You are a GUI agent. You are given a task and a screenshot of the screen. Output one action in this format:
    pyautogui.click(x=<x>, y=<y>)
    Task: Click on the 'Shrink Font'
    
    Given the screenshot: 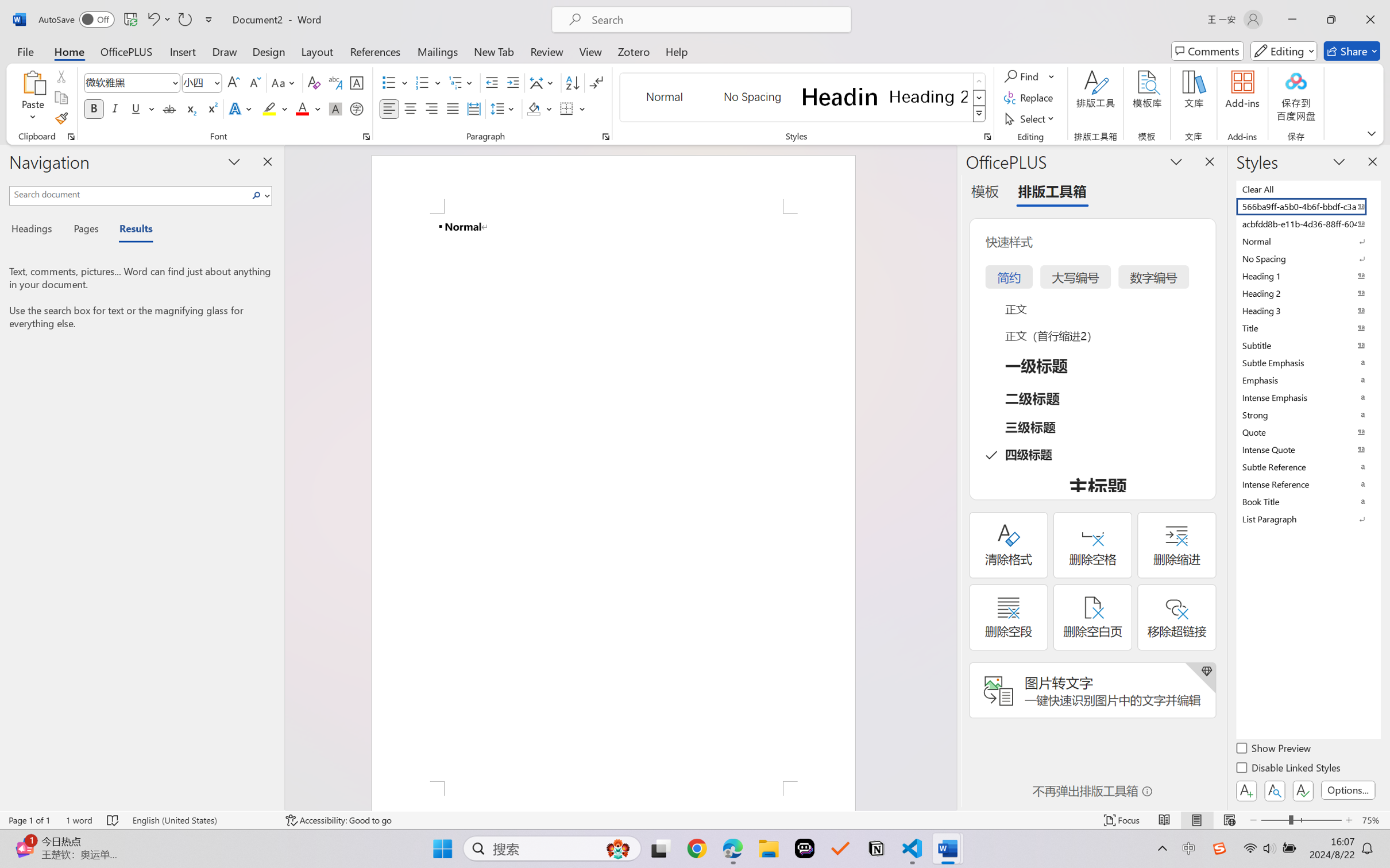 What is the action you would take?
    pyautogui.click(x=253, y=83)
    